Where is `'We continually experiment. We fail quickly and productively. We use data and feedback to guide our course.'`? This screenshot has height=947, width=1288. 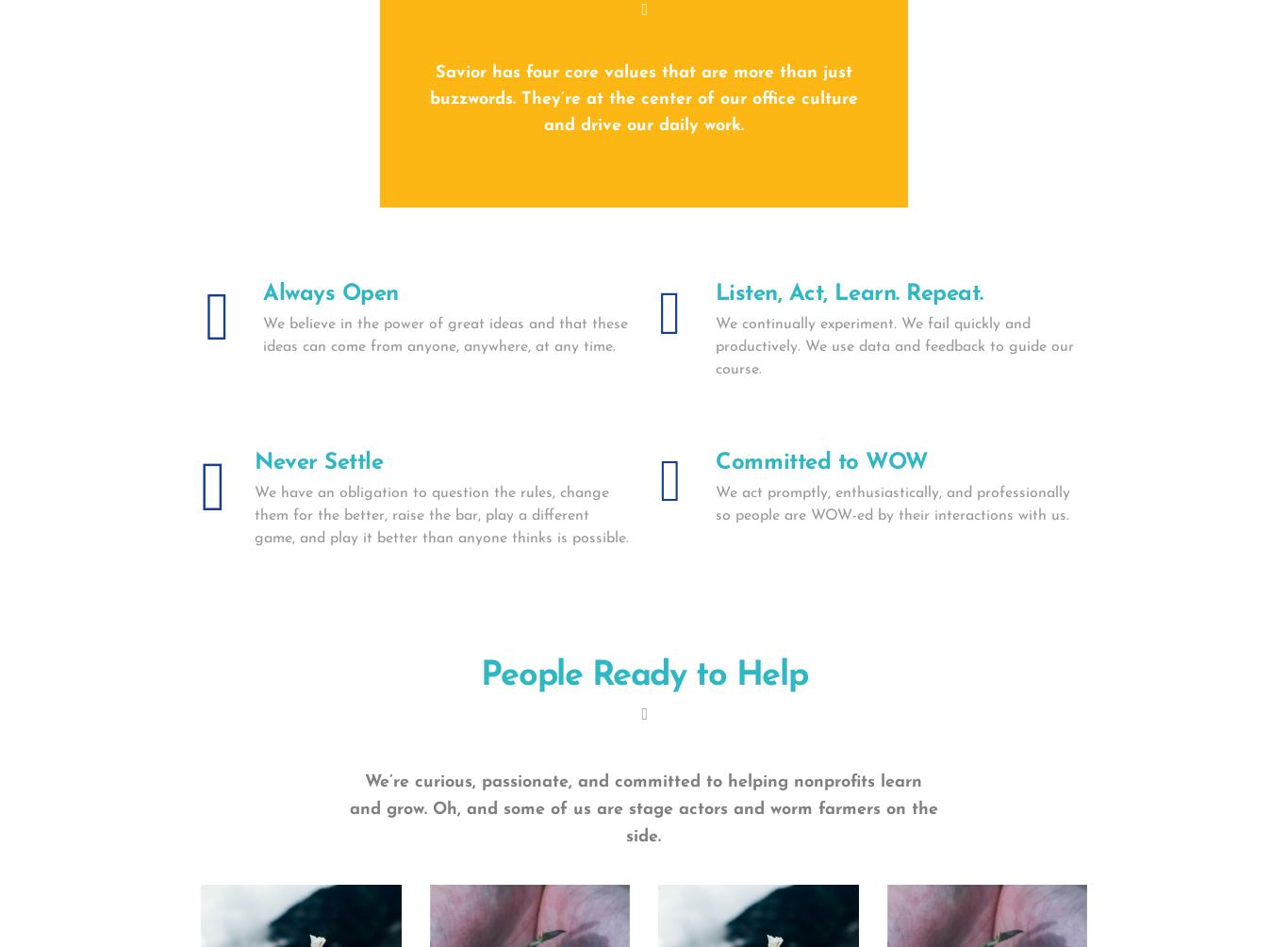 'We continually experiment. We fail quickly and productively. We use data and feedback to guide our course.' is located at coordinates (894, 346).